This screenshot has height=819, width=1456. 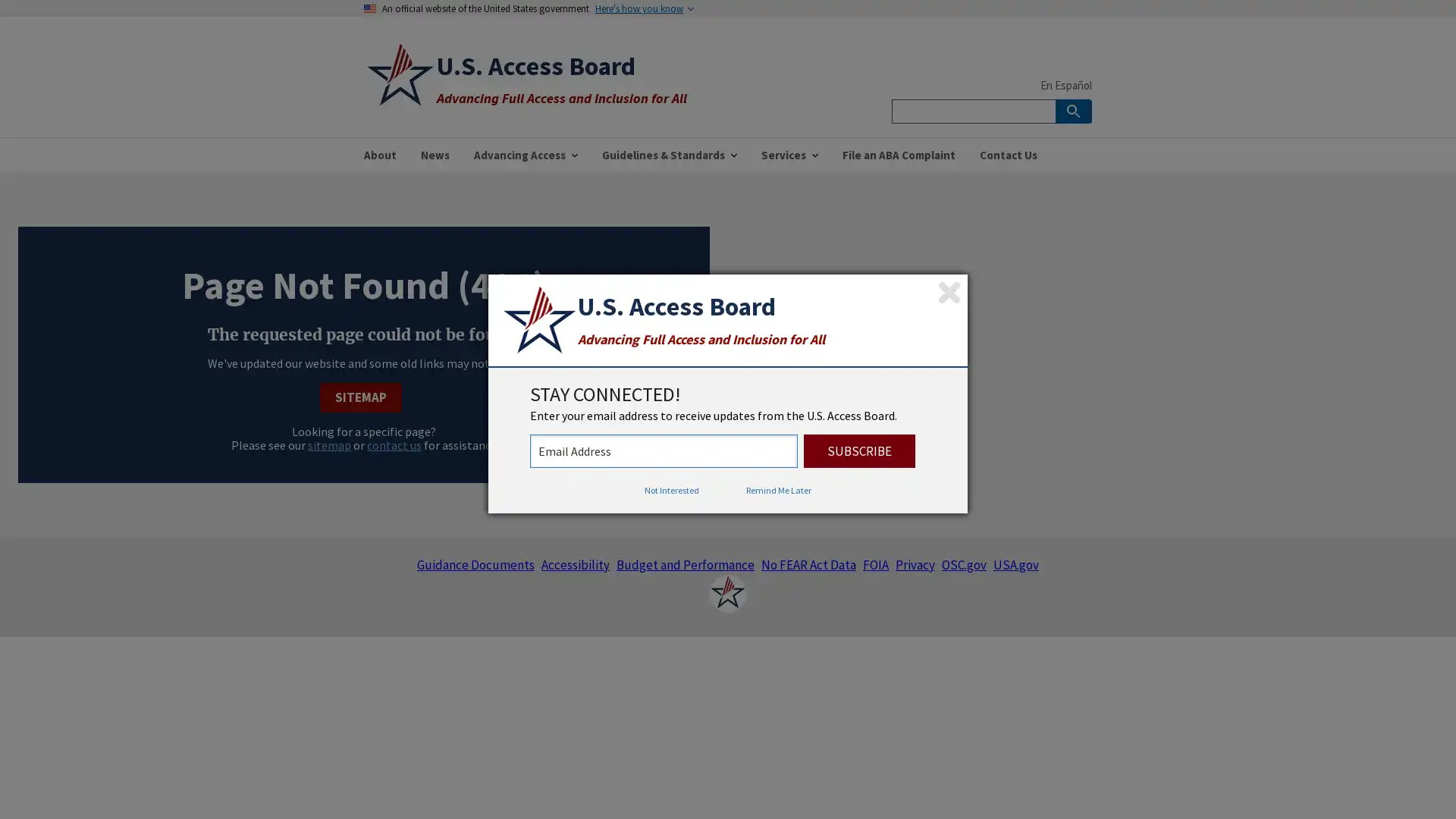 What do you see at coordinates (779, 491) in the screenshot?
I see `Remind Me Later` at bounding box center [779, 491].